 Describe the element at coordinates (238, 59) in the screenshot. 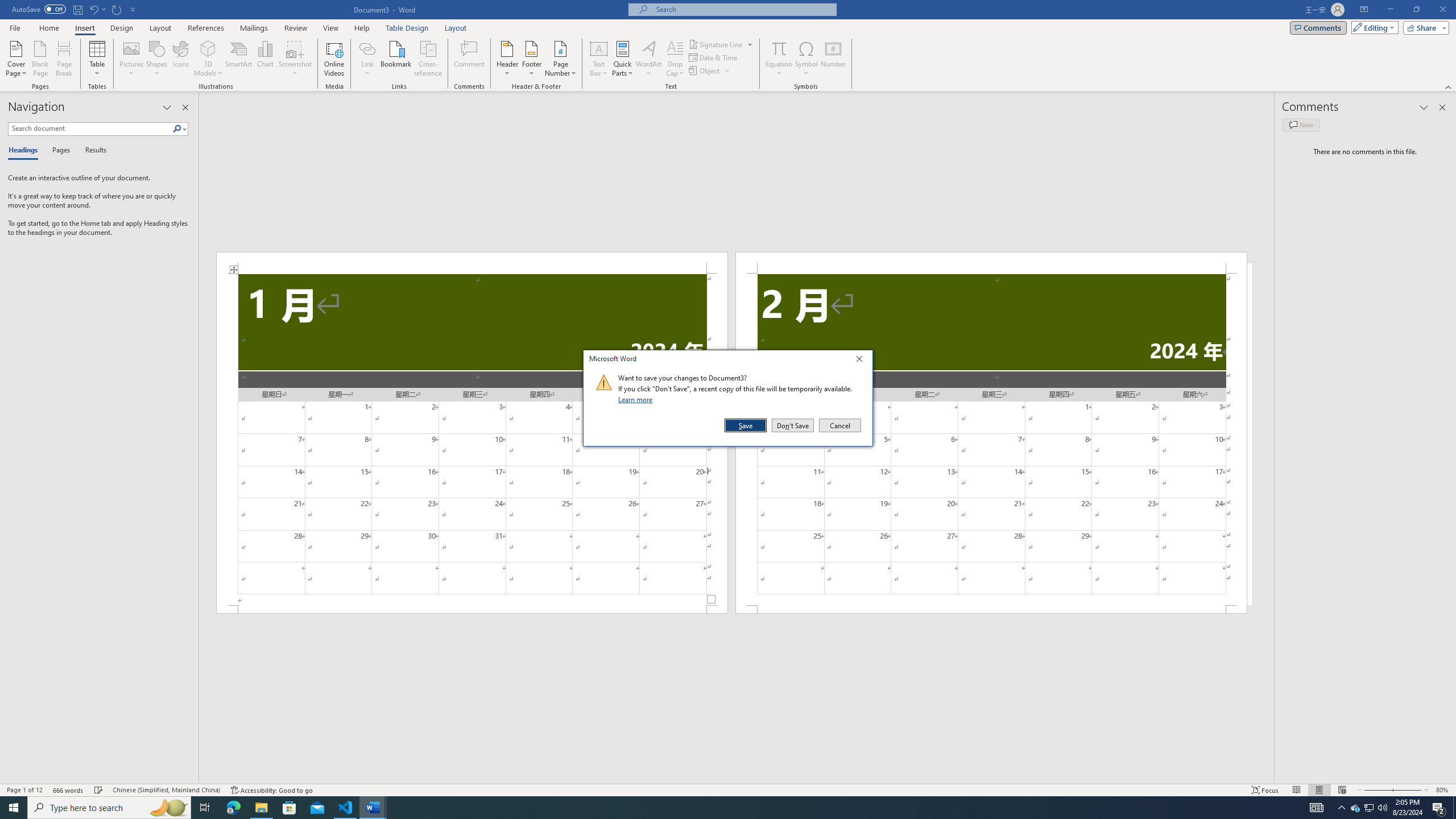

I see `'SmartArt...'` at that location.